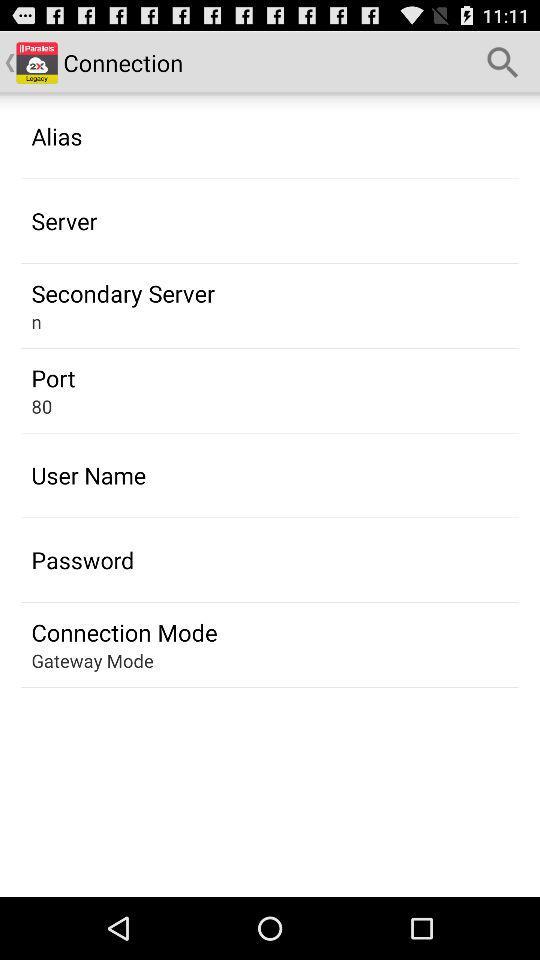 The height and width of the screenshot is (960, 540). I want to click on password icon, so click(81, 560).